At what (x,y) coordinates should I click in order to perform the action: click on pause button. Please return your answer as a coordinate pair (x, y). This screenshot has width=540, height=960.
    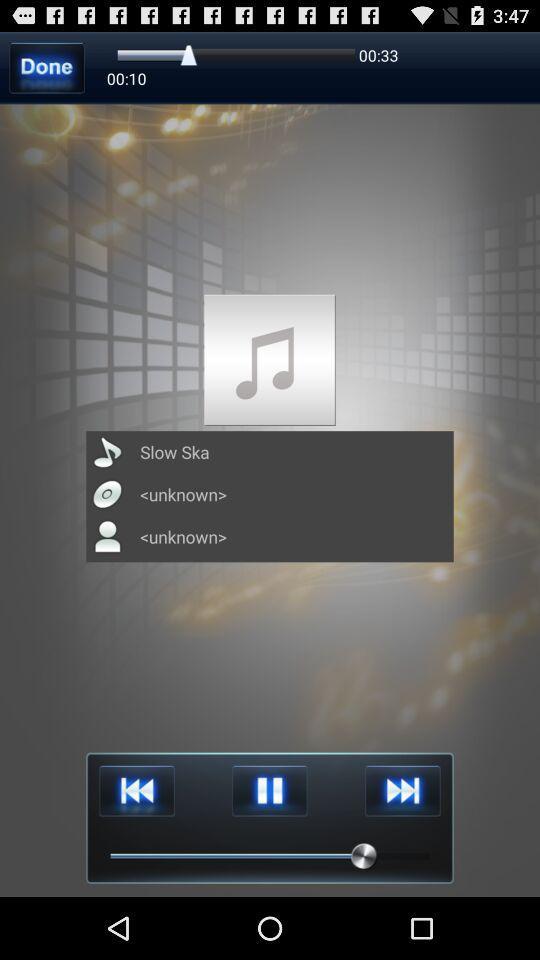
    Looking at the image, I should click on (269, 791).